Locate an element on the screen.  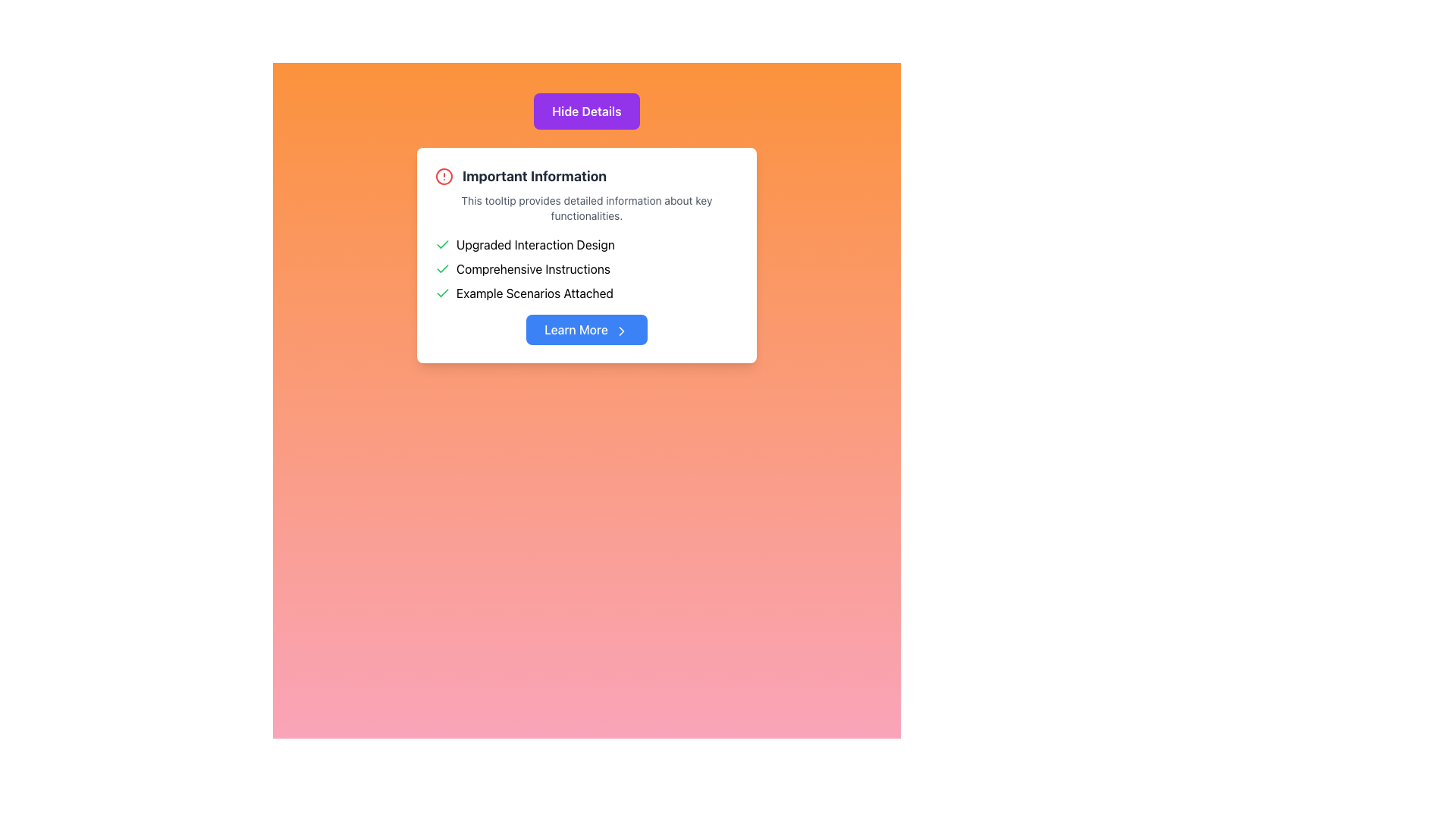
the right chevron icon located at the bottom-right corner of the 'Learn More' button, which is styled with a blue color and serves as a navigation indicator is located at coordinates (621, 330).